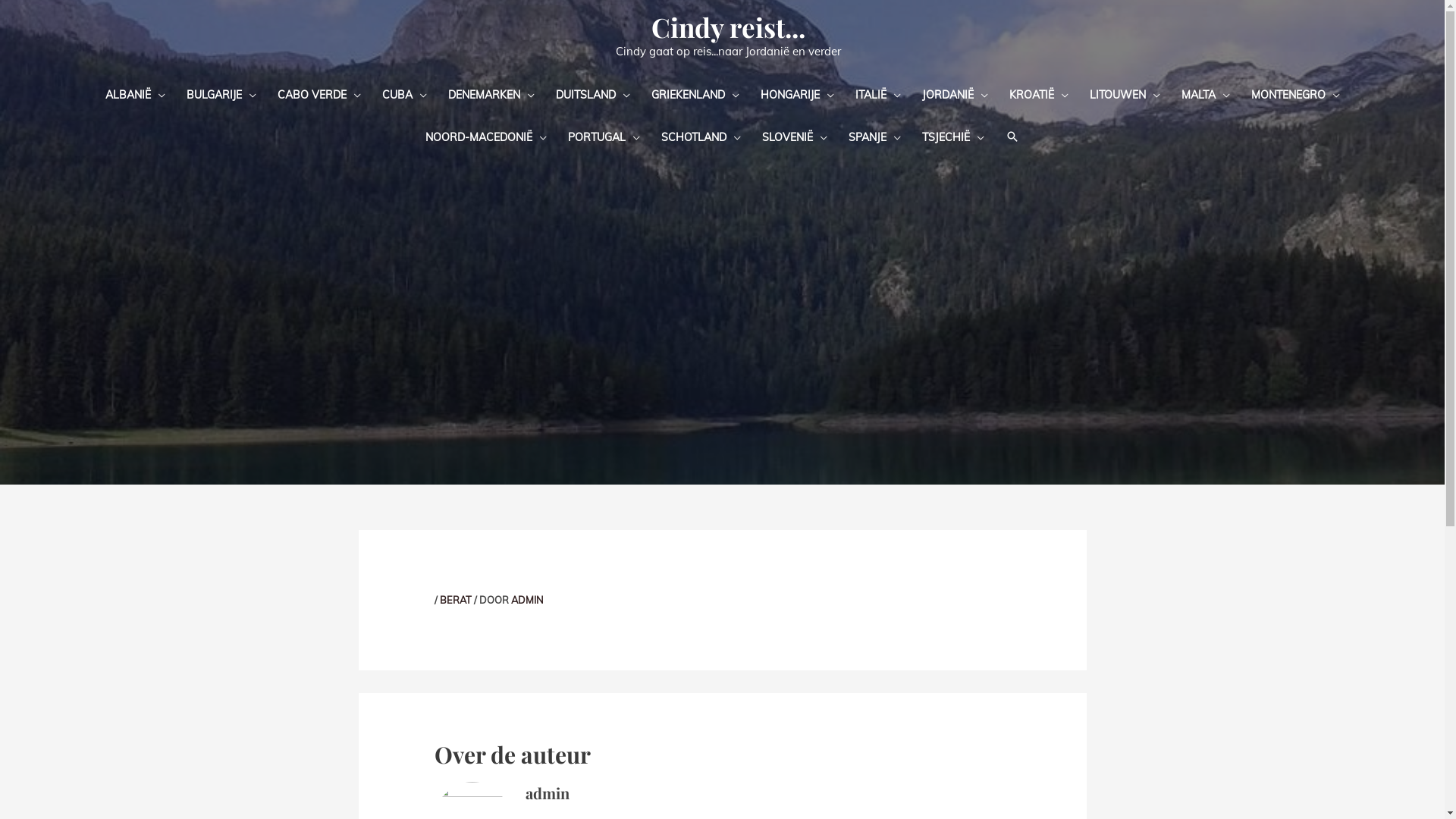  I want to click on 'ADMIN', so click(510, 598).